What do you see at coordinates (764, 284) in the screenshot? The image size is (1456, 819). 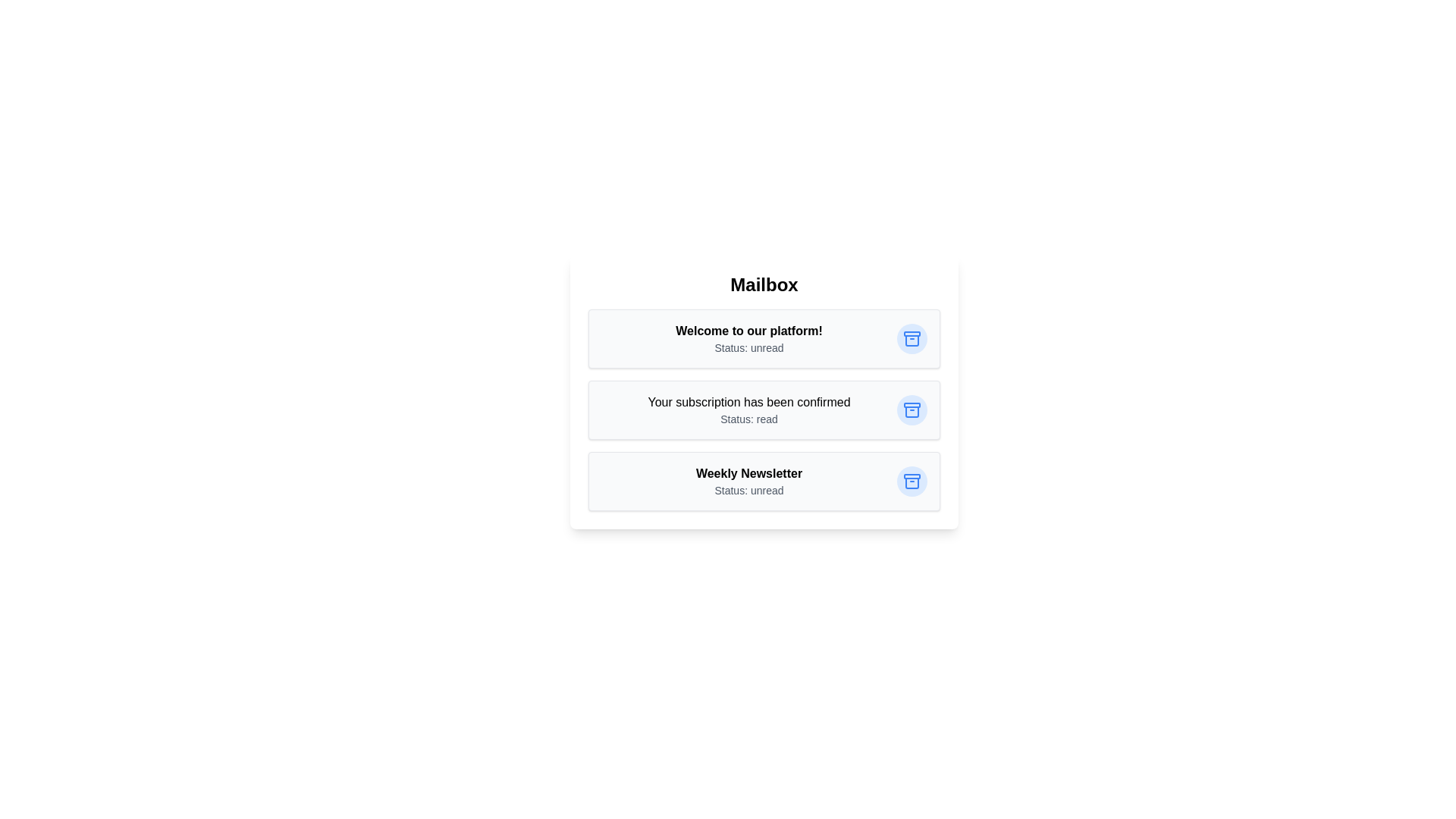 I see `the 'Mailbox' header to examine it` at bounding box center [764, 284].